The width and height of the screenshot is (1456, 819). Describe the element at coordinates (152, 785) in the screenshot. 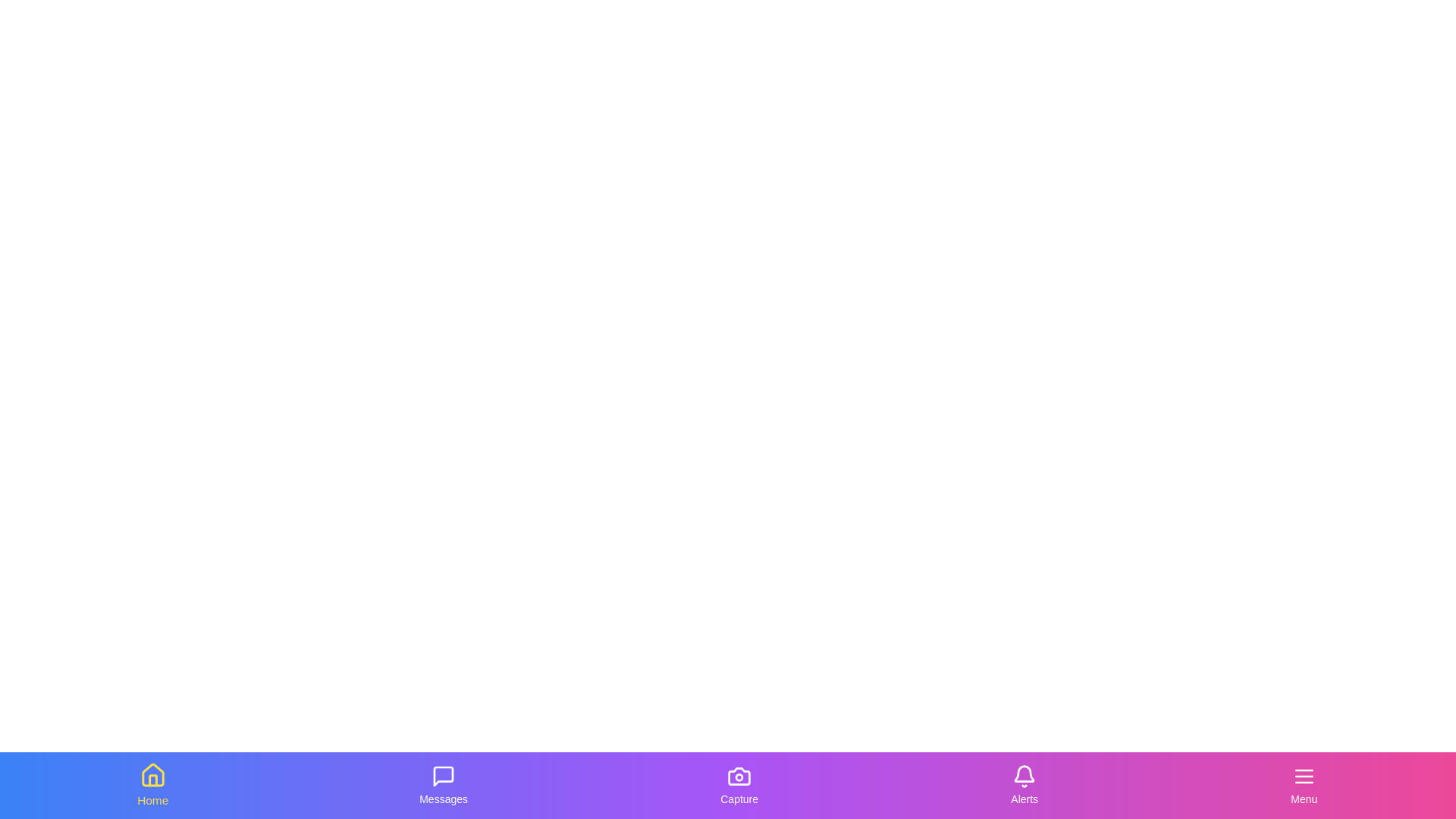

I see `the tab labeled Home to observe its visual feedback` at that location.